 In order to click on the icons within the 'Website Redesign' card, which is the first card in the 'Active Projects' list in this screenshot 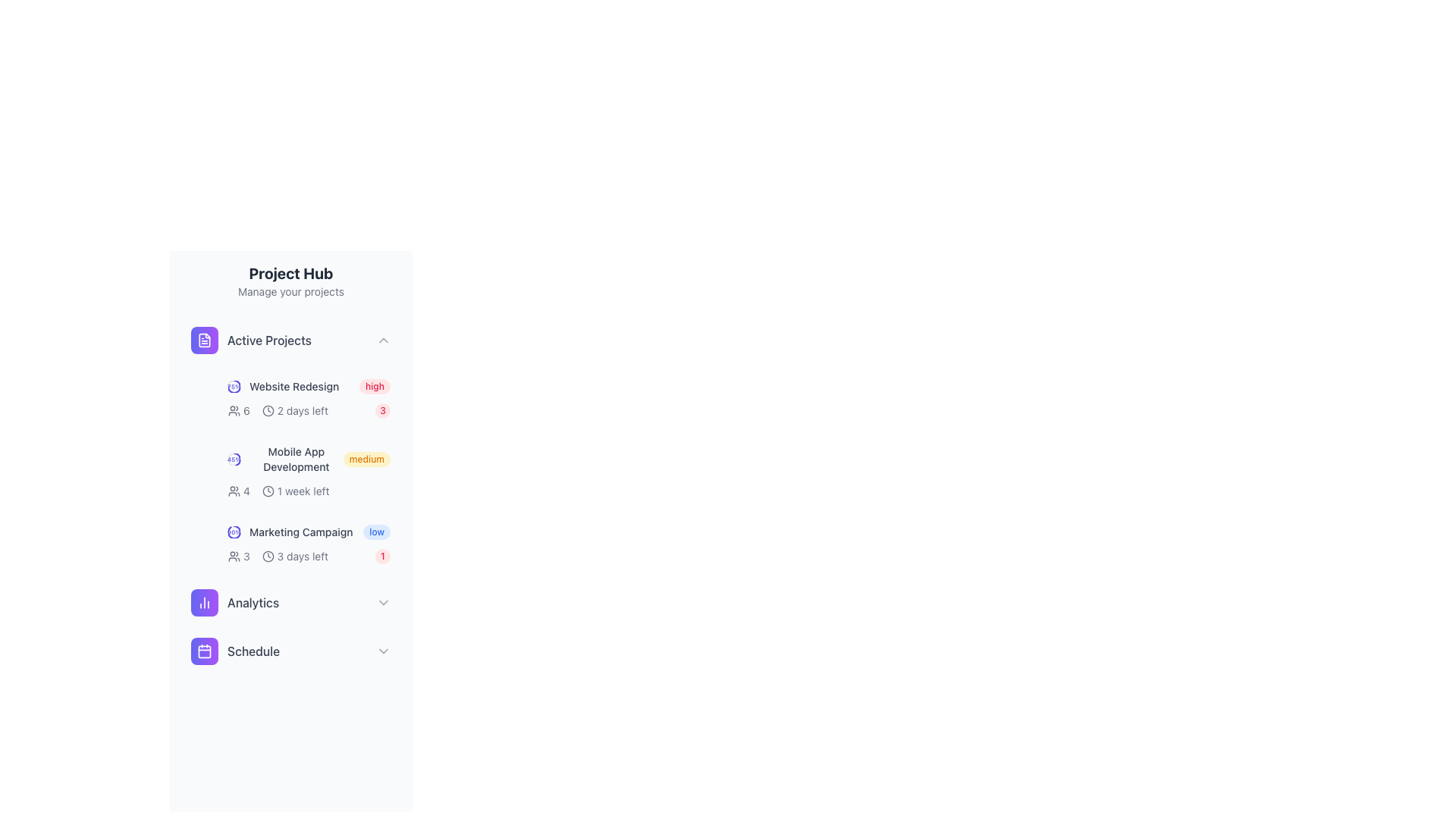, I will do `click(309, 397)`.